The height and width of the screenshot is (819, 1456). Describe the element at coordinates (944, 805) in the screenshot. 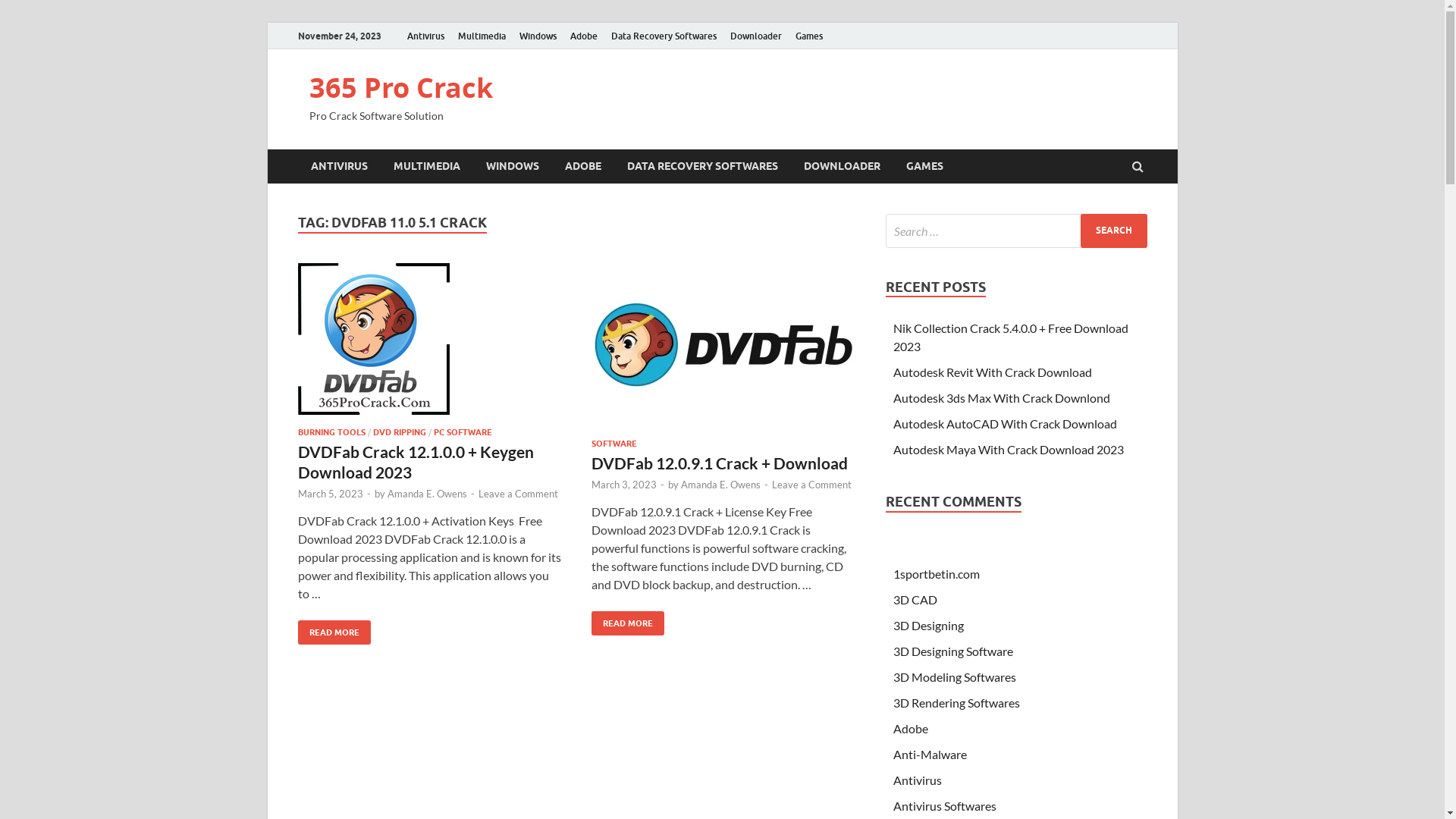

I see `'Antivirus Softwares'` at that location.